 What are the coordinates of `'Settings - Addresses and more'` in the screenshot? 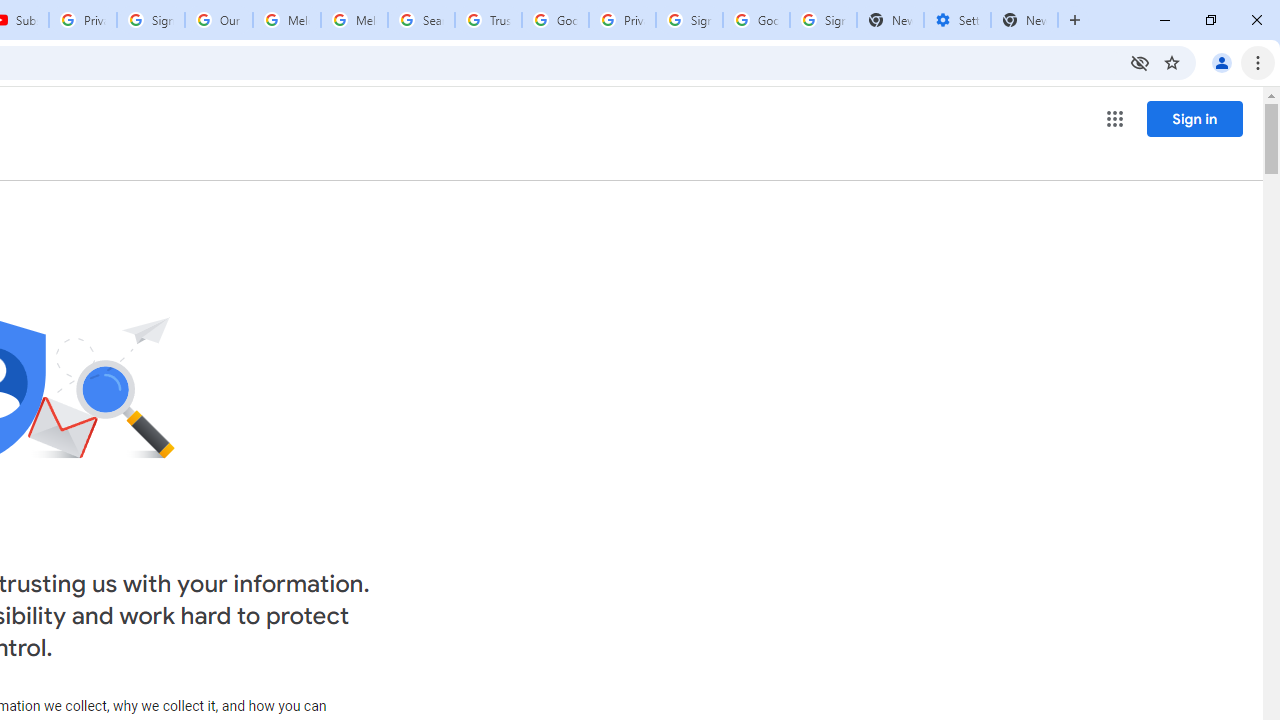 It's located at (956, 20).